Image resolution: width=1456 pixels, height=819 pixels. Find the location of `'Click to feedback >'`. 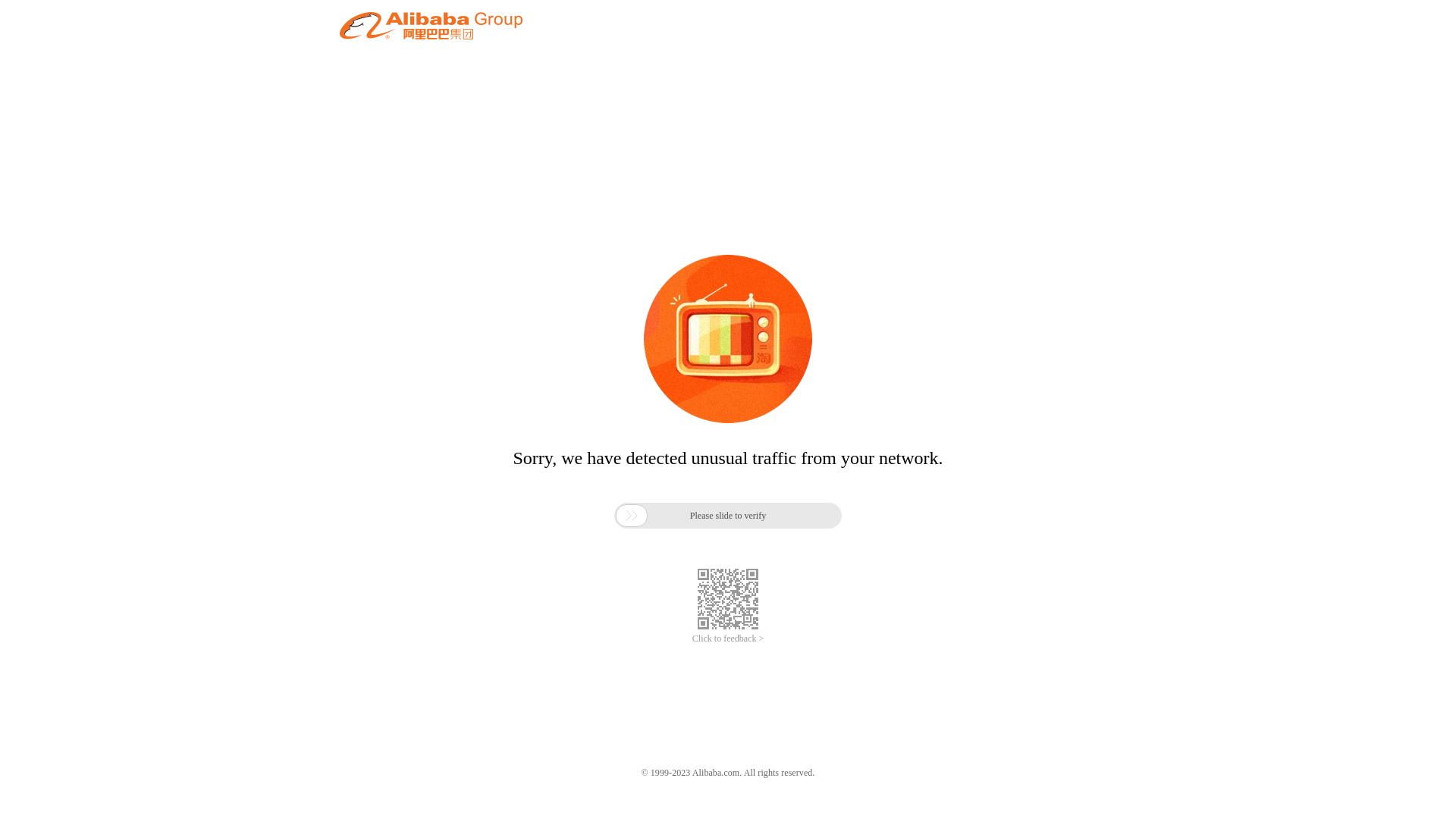

'Click to feedback >' is located at coordinates (728, 639).